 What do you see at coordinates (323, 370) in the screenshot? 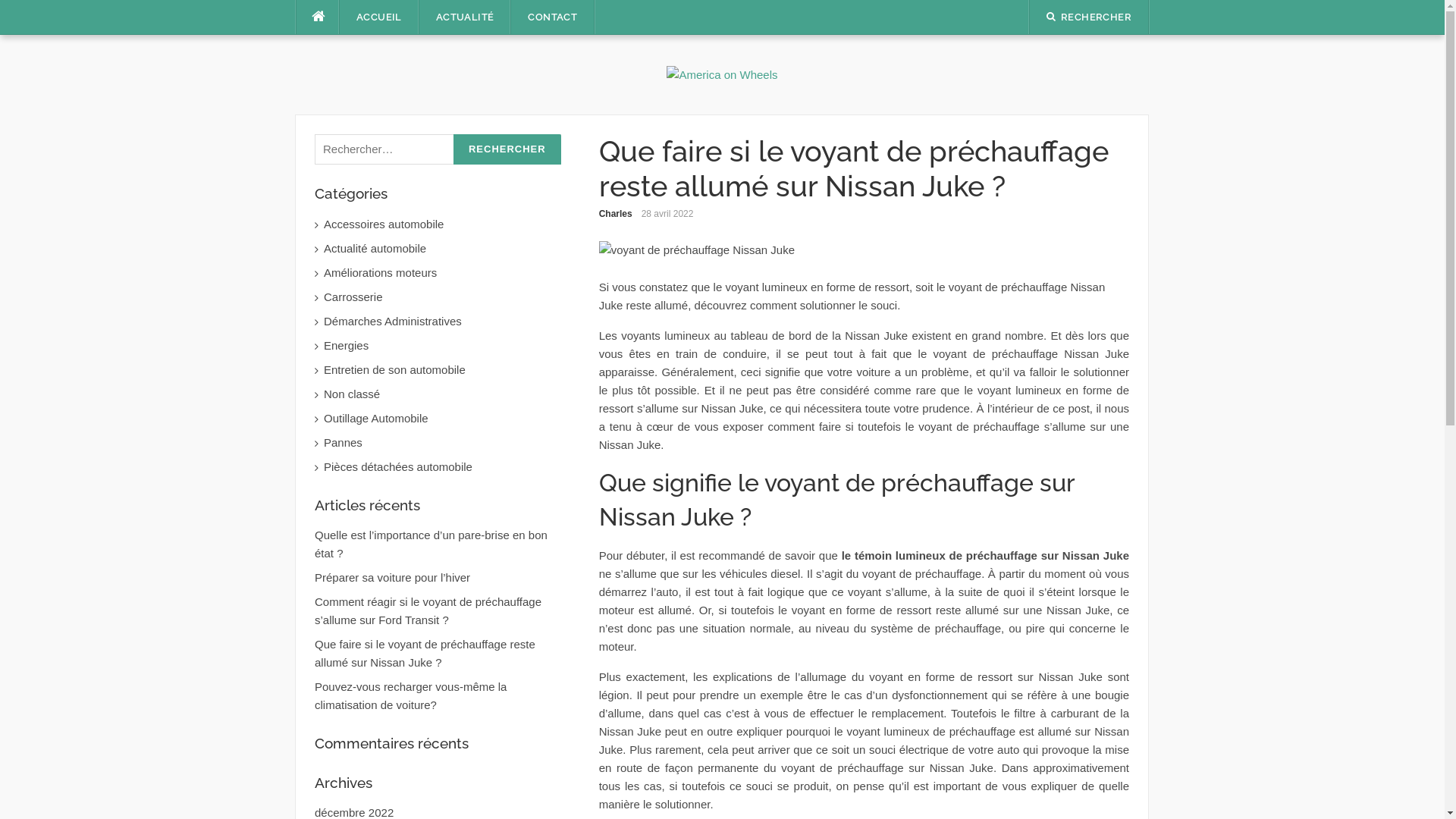
I see `'Entretien de son automobile'` at bounding box center [323, 370].